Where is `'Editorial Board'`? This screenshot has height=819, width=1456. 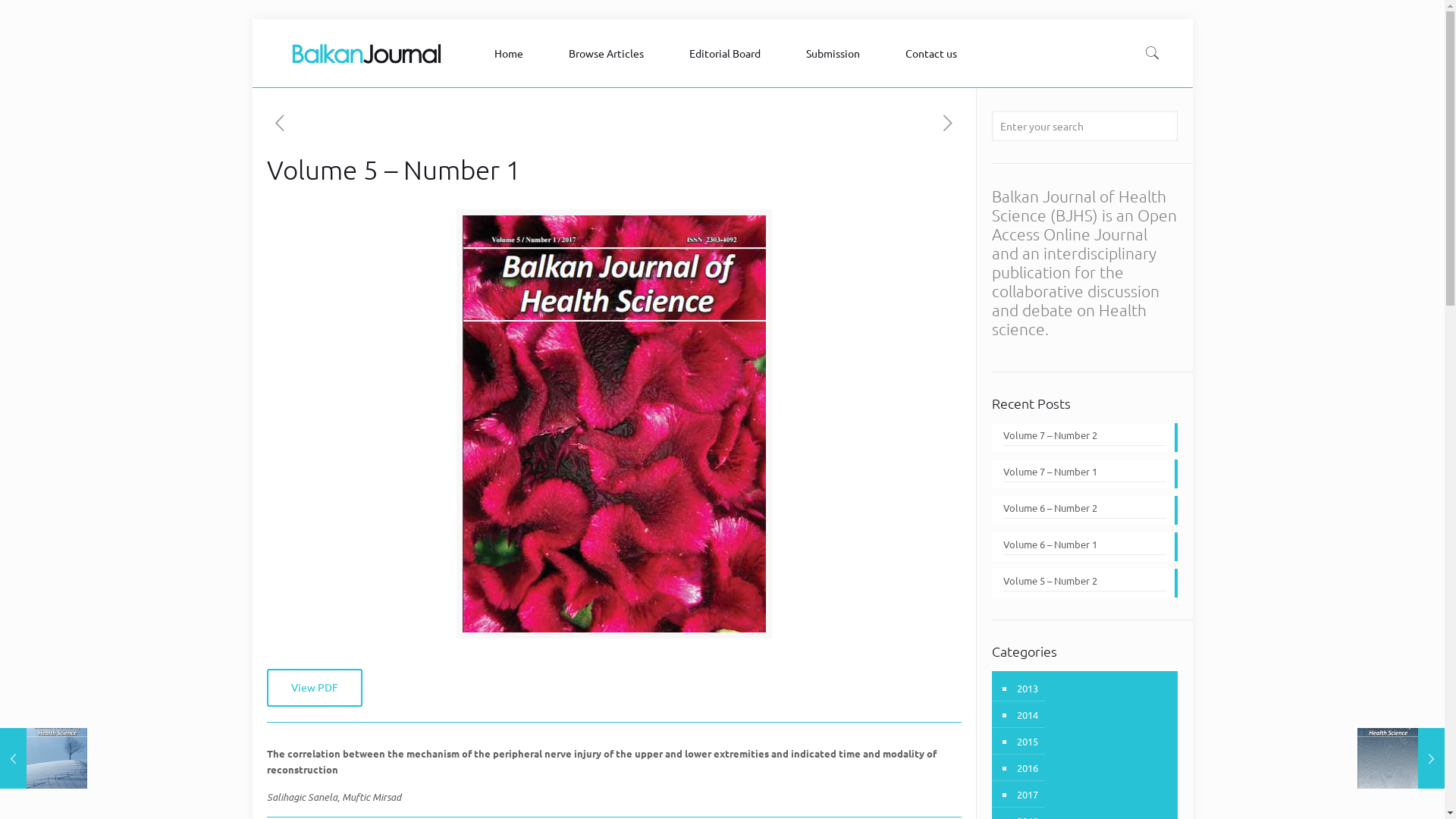 'Editorial Board' is located at coordinates (673, 52).